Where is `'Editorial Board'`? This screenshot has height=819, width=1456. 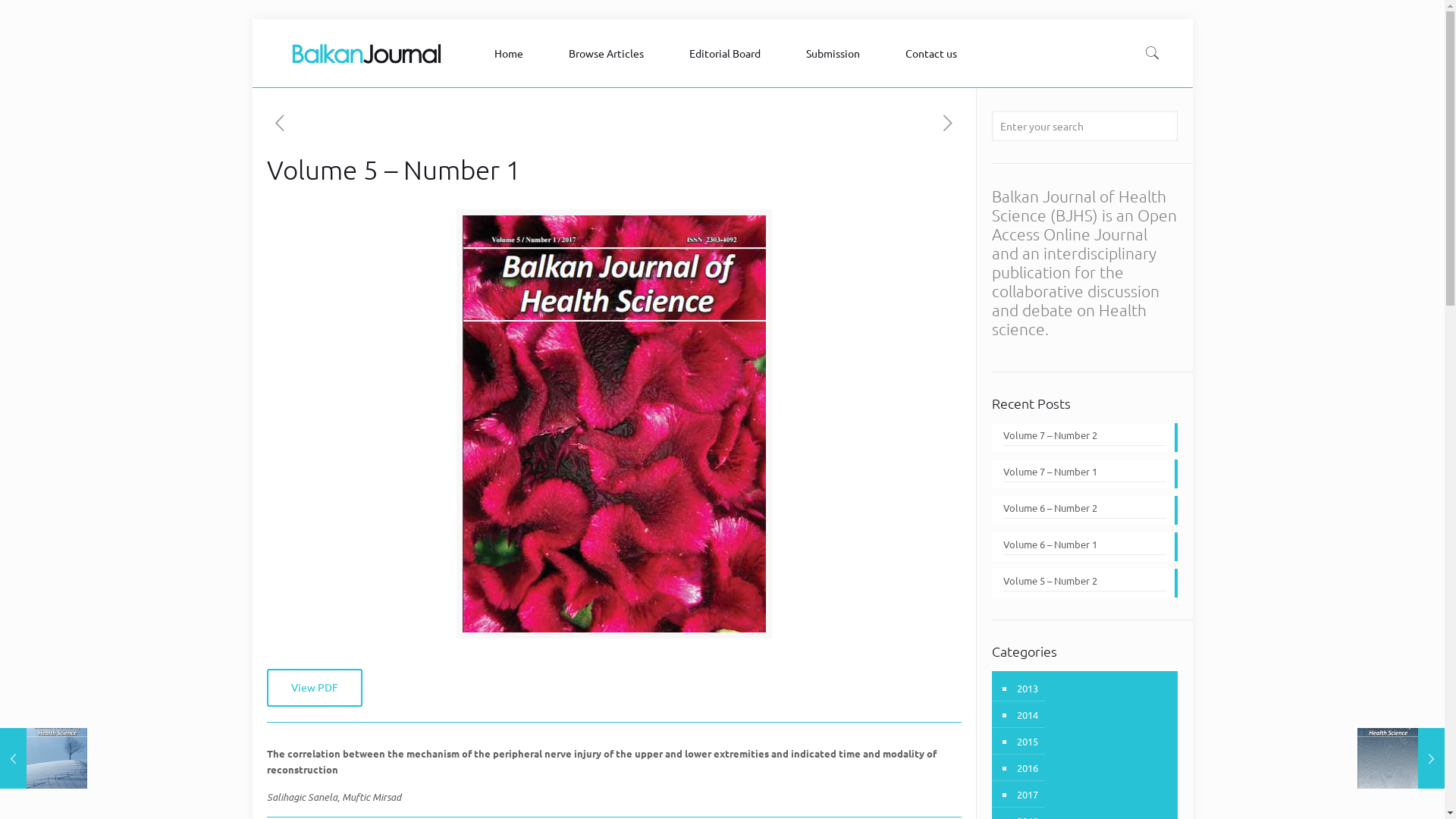 'Editorial Board' is located at coordinates (673, 52).